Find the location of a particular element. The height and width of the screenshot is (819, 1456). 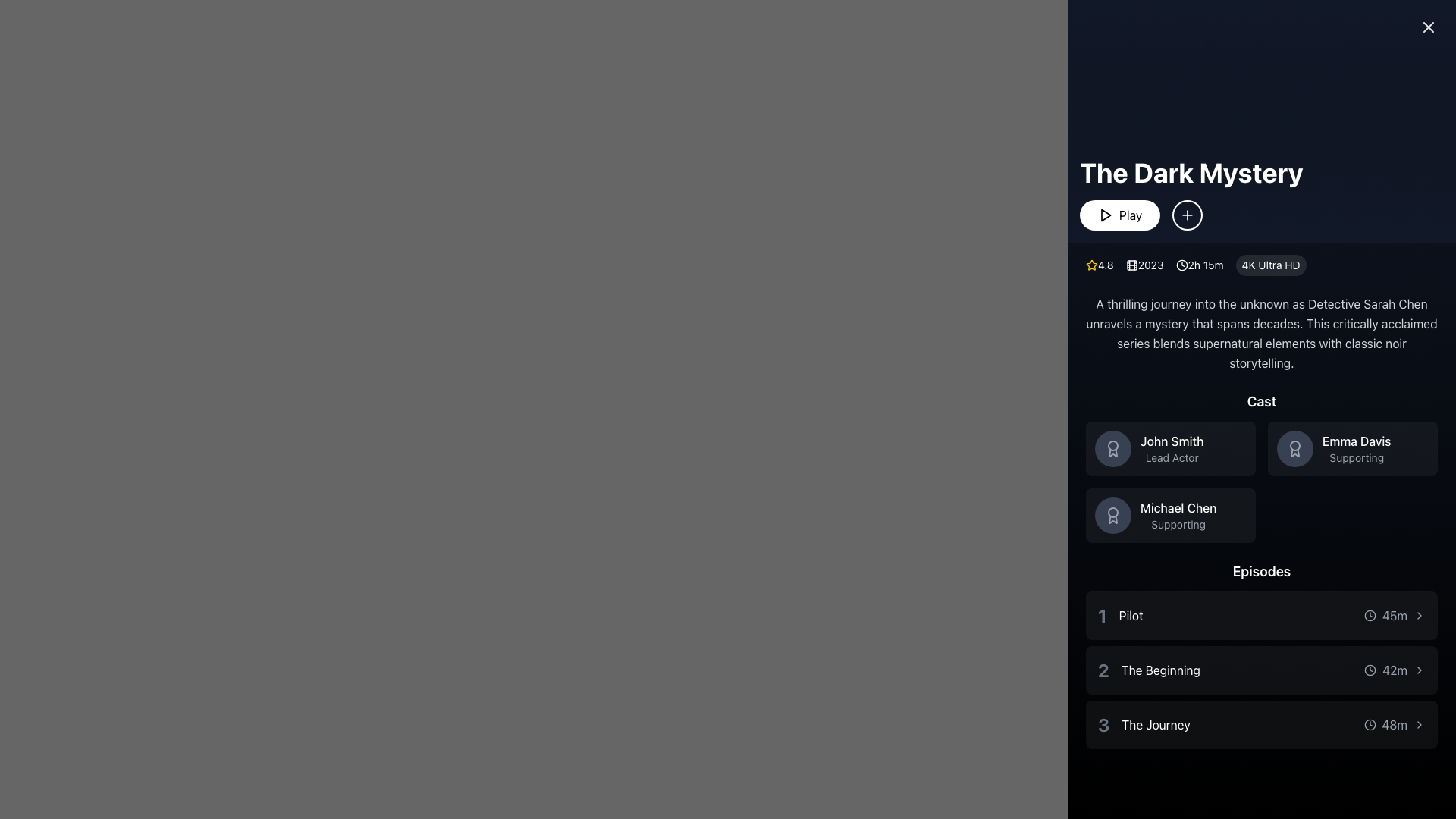

text label displaying '42m' which is located to the right of the second episode title 'The Beginning' in the episode list is located at coordinates (1395, 669).